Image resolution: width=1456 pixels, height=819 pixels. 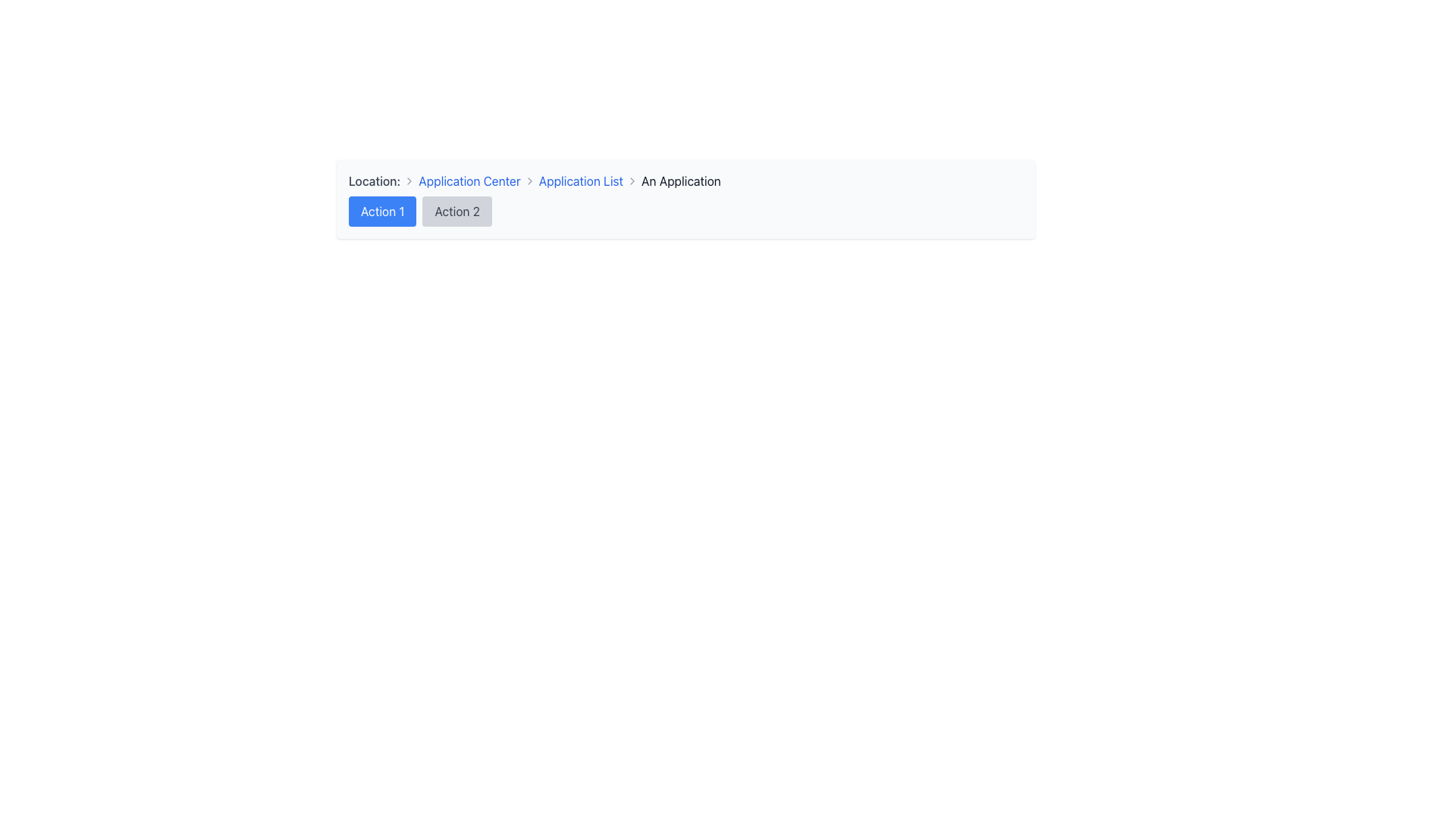 I want to click on the third hyperlink in the breadcrumb navigation bar, which navigates to the 'Application List', so click(x=580, y=180).